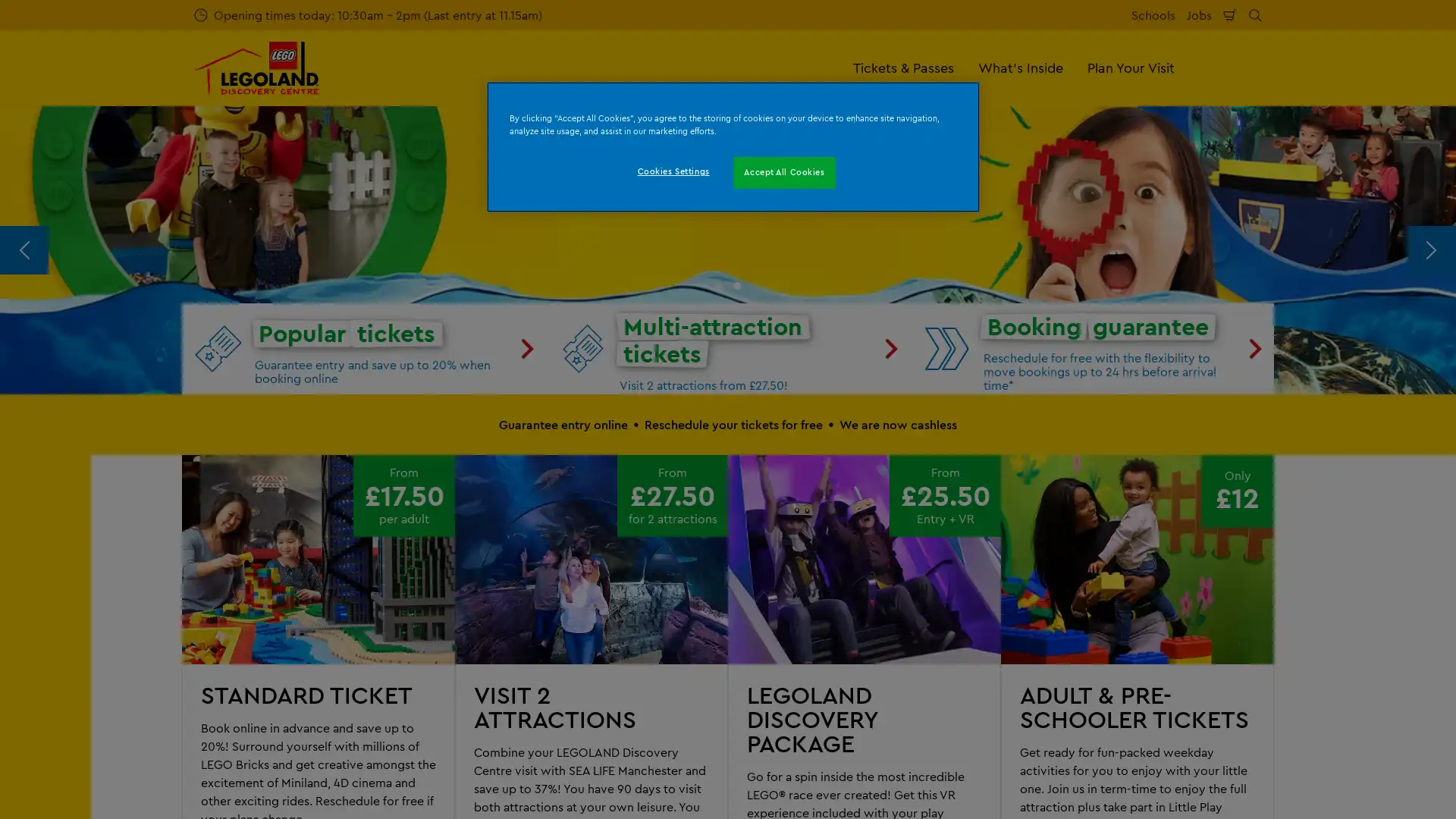 This screenshot has height=819, width=1456. What do you see at coordinates (903, 67) in the screenshot?
I see `Tickets & Passes` at bounding box center [903, 67].